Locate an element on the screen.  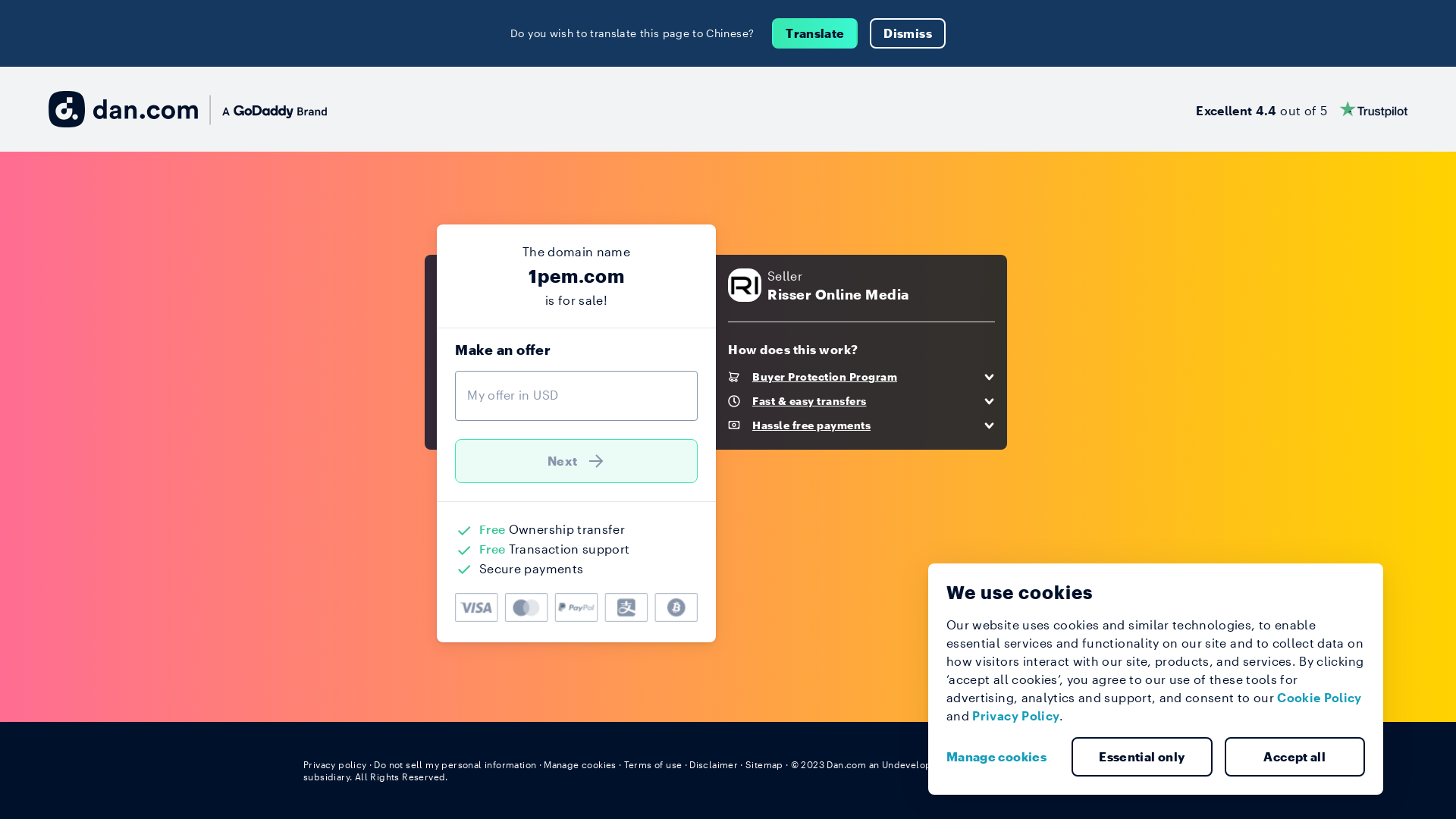
'Translate' is located at coordinates (814, 33).